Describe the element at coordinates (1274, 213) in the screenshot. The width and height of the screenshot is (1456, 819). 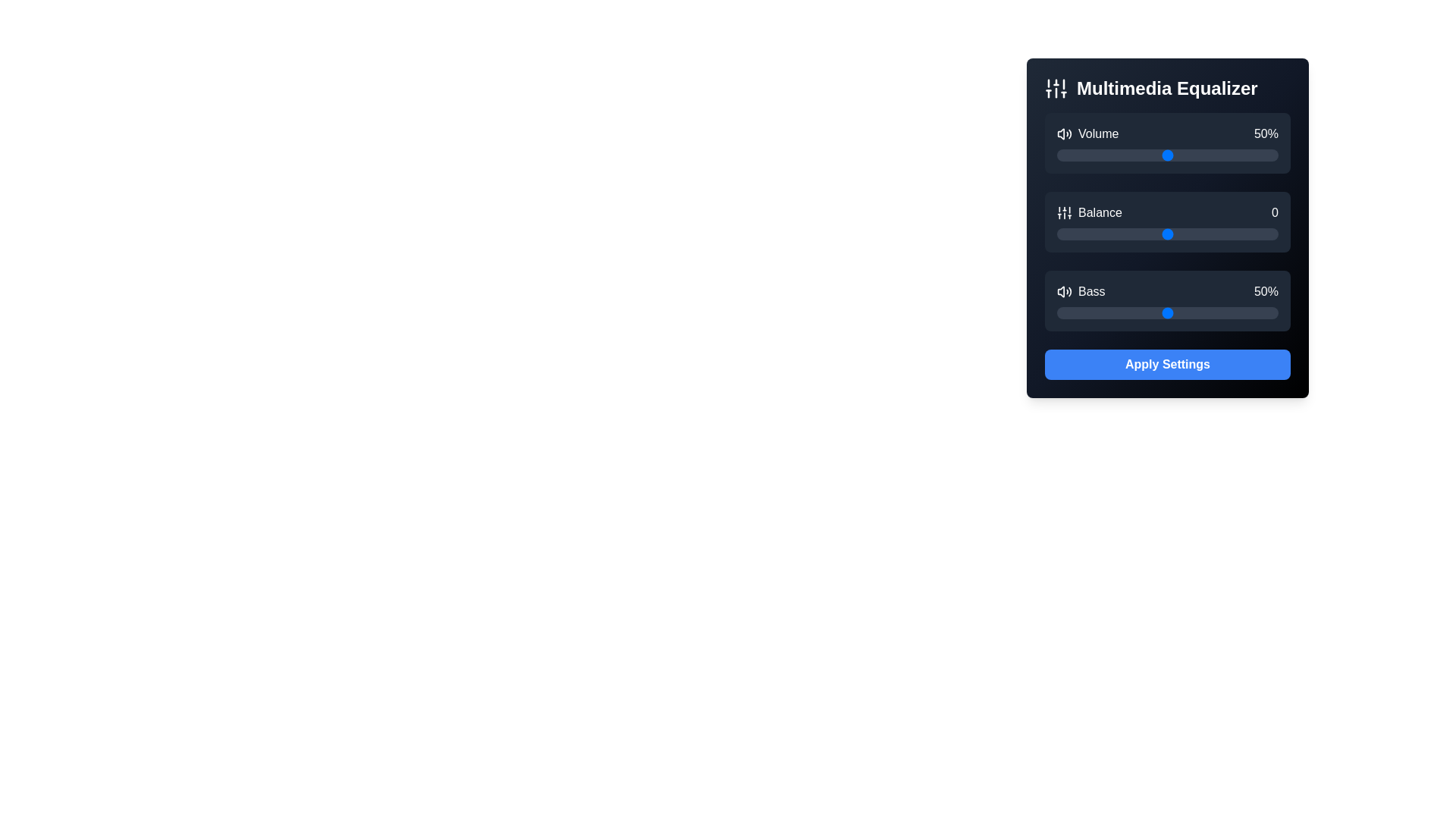
I see `the static text display showing the value '0' that is styled in white text on a dark background, positioned to the right of the 'Balance' slider in the 'Multimedia Equalizer' section` at that location.